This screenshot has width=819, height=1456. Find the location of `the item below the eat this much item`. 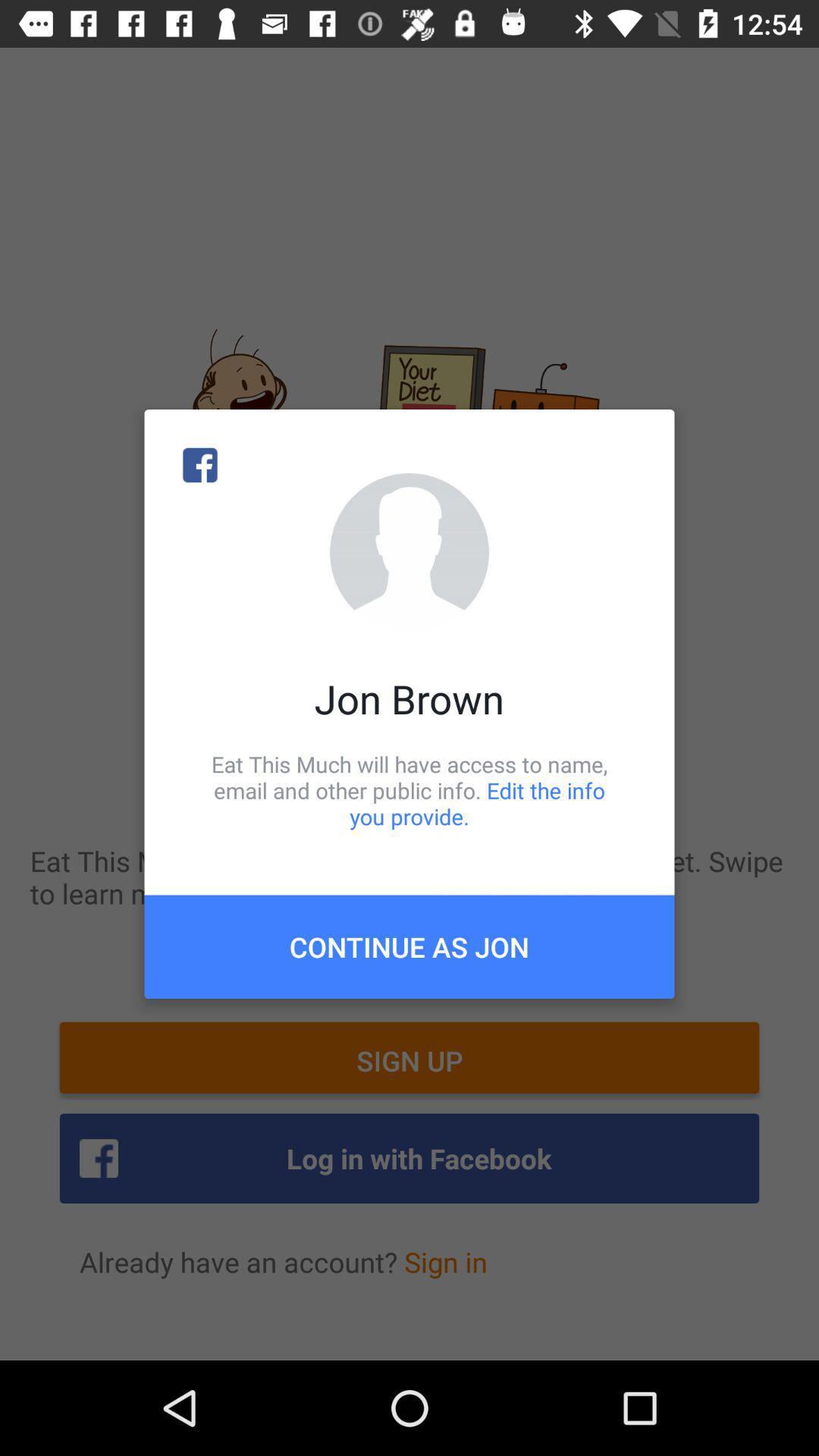

the item below the eat this much item is located at coordinates (409, 946).